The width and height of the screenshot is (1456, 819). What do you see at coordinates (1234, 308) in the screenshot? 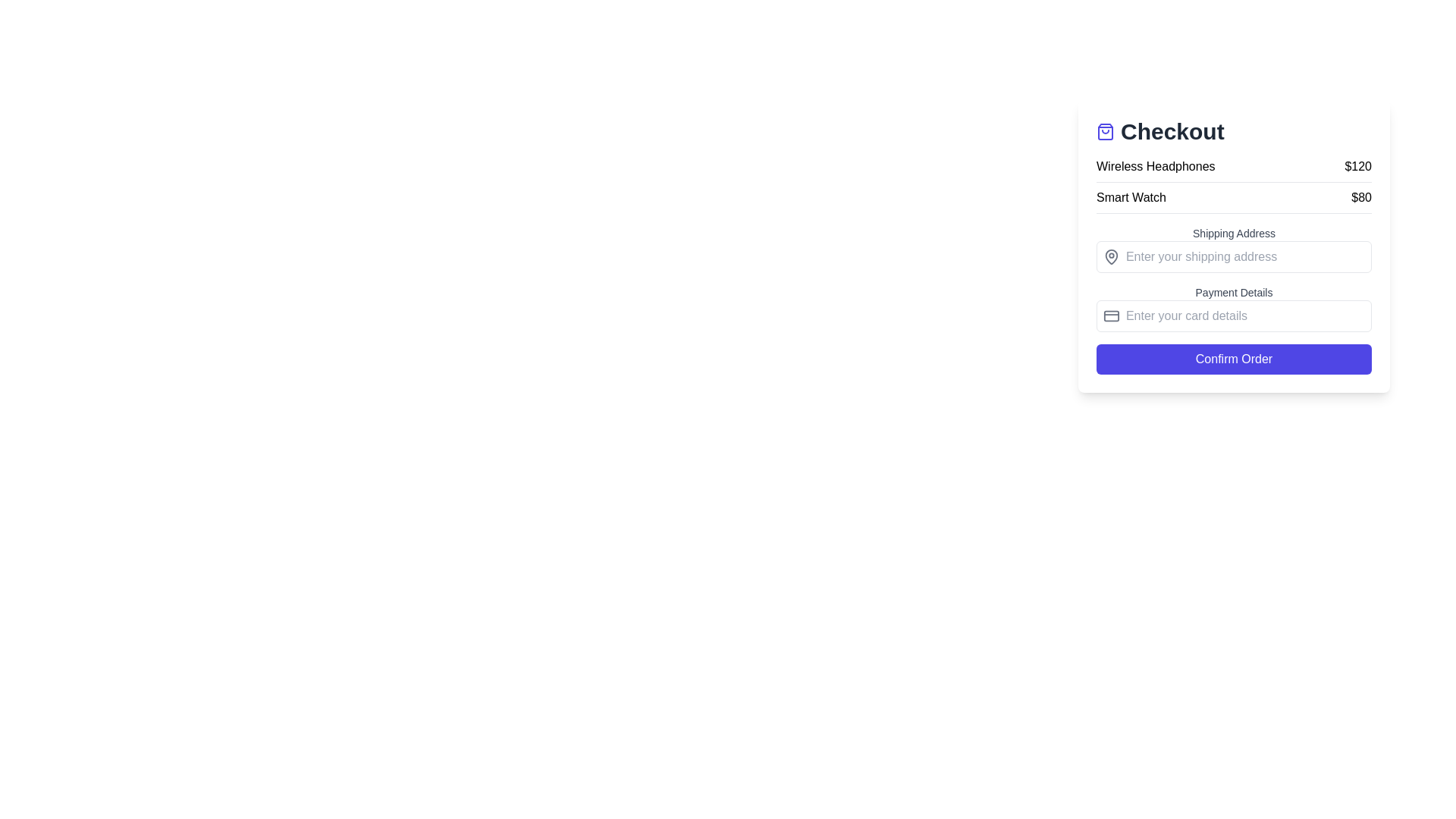
I see `the second input field for card details in the checkout form, located below 'Shipping Address' and above 'Confirm Order'` at bounding box center [1234, 308].